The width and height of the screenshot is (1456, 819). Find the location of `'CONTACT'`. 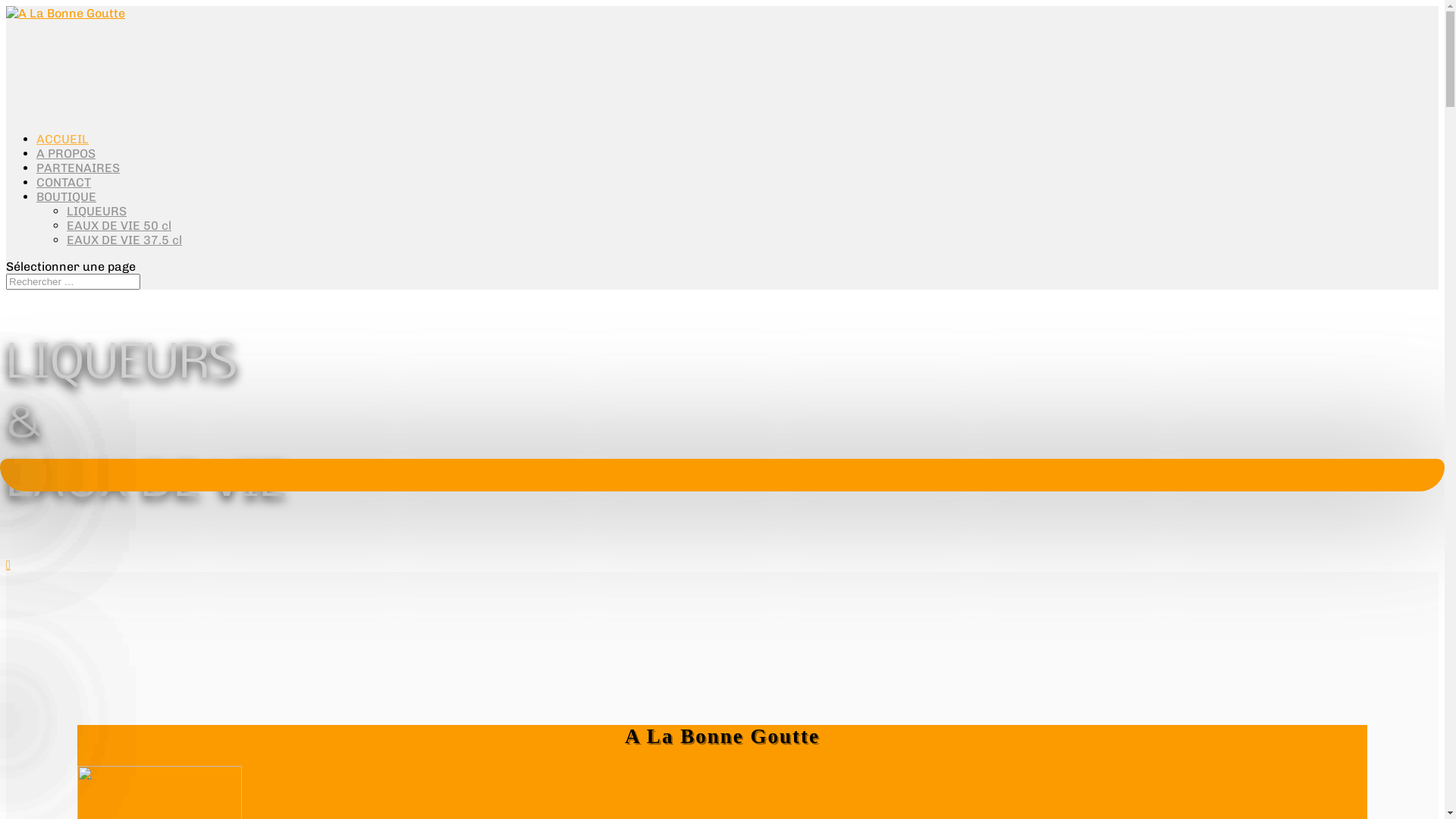

'CONTACT' is located at coordinates (62, 181).